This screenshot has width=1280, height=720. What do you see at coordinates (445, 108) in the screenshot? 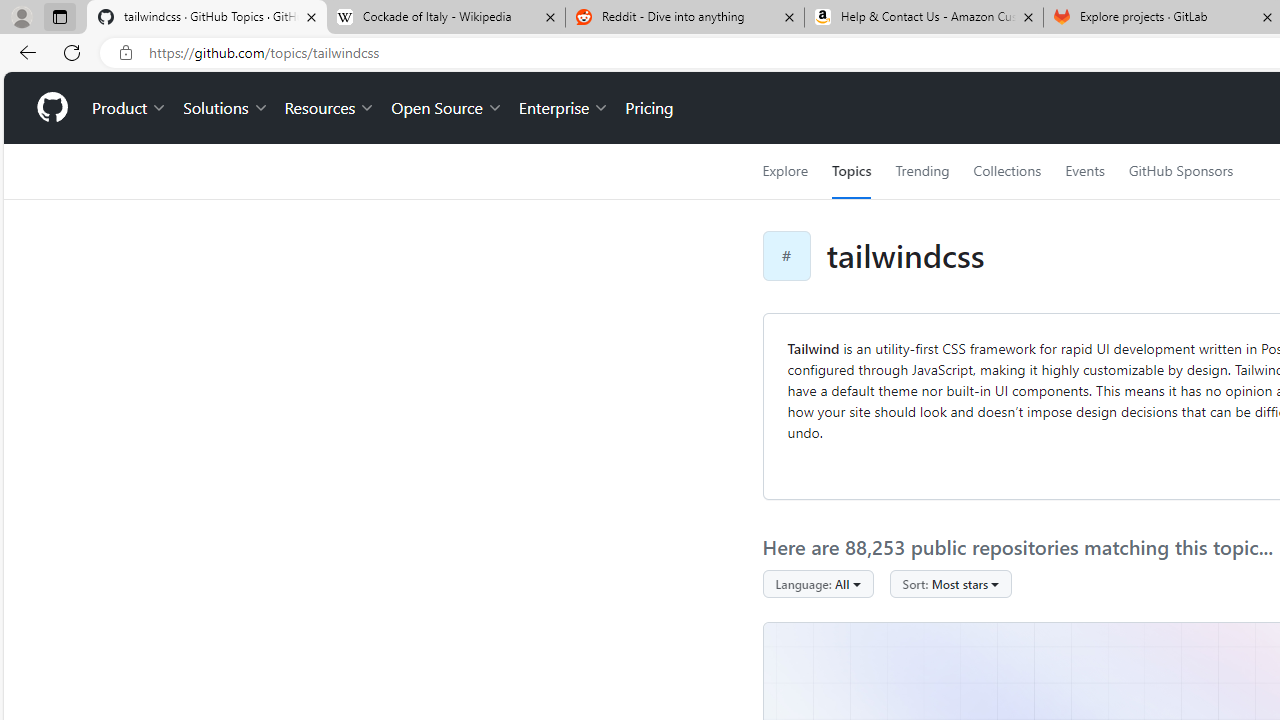
I see `'Open Source'` at bounding box center [445, 108].